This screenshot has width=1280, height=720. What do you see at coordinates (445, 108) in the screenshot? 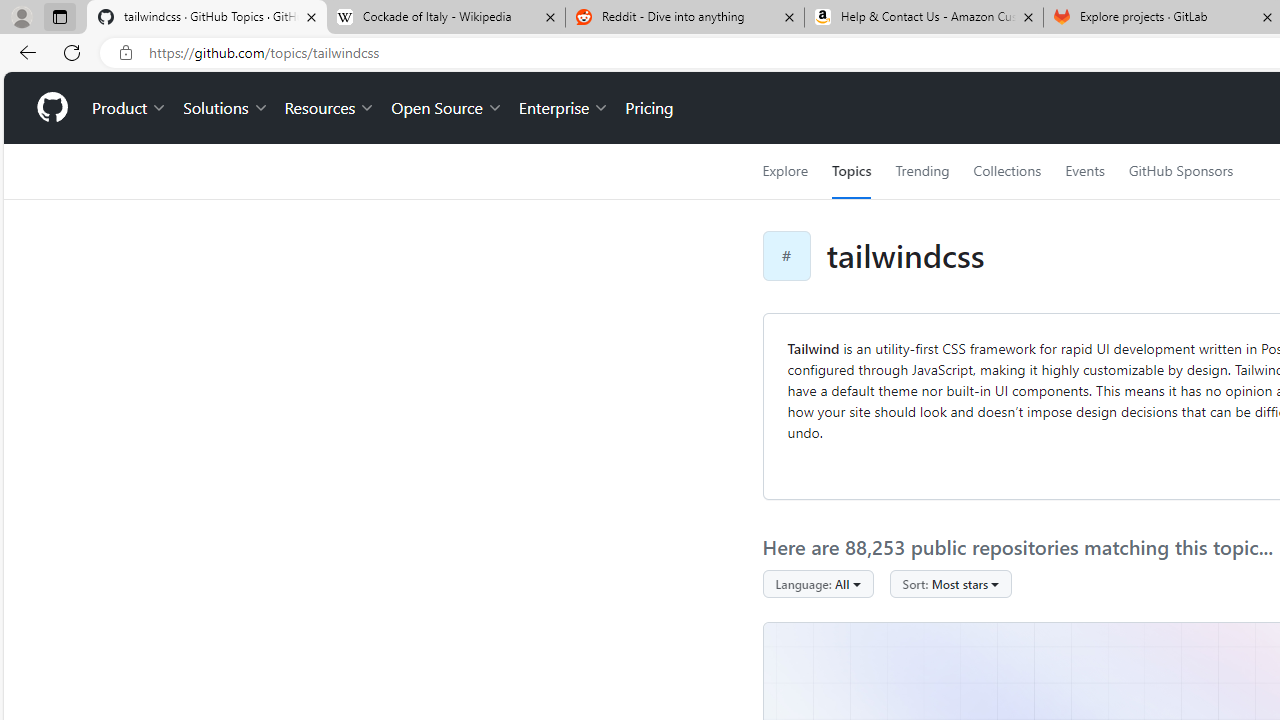
I see `'Open Source'` at bounding box center [445, 108].